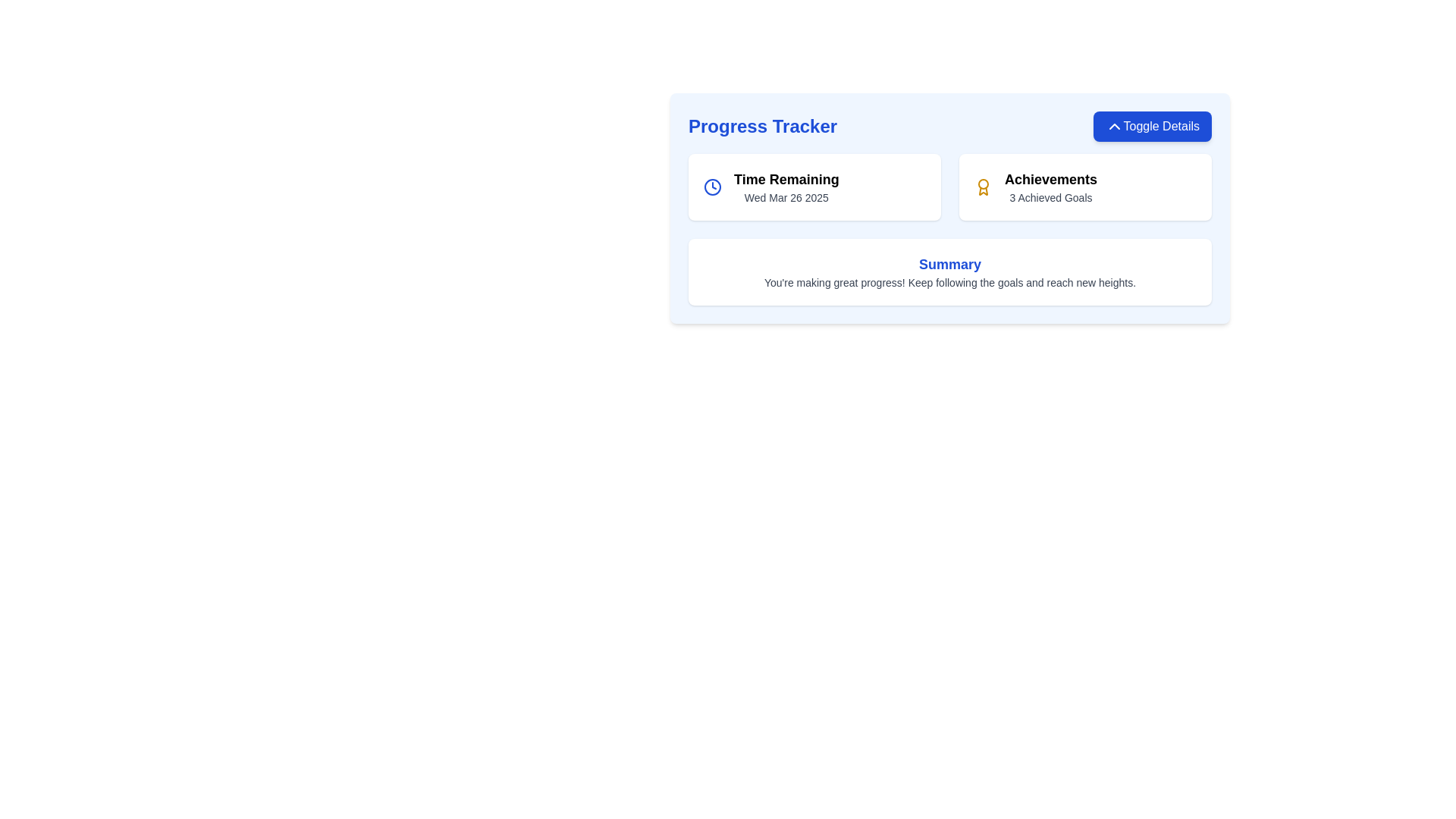 This screenshot has width=1456, height=819. I want to click on the 'Achievements' text label, which serves as a header for the Achievements section, located in the top-right section of the interface, so click(1050, 178).